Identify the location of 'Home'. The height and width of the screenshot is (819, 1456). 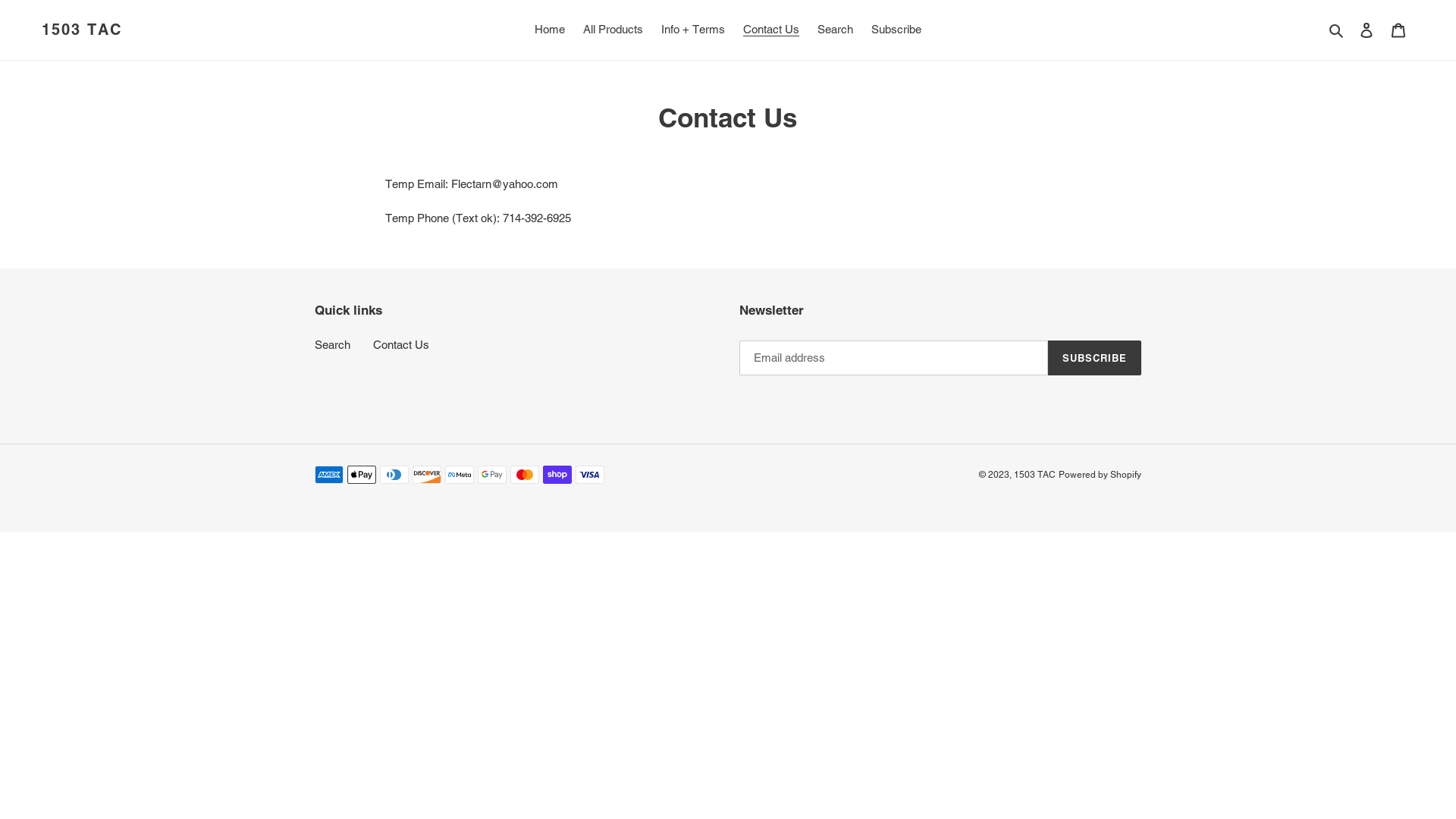
(527, 30).